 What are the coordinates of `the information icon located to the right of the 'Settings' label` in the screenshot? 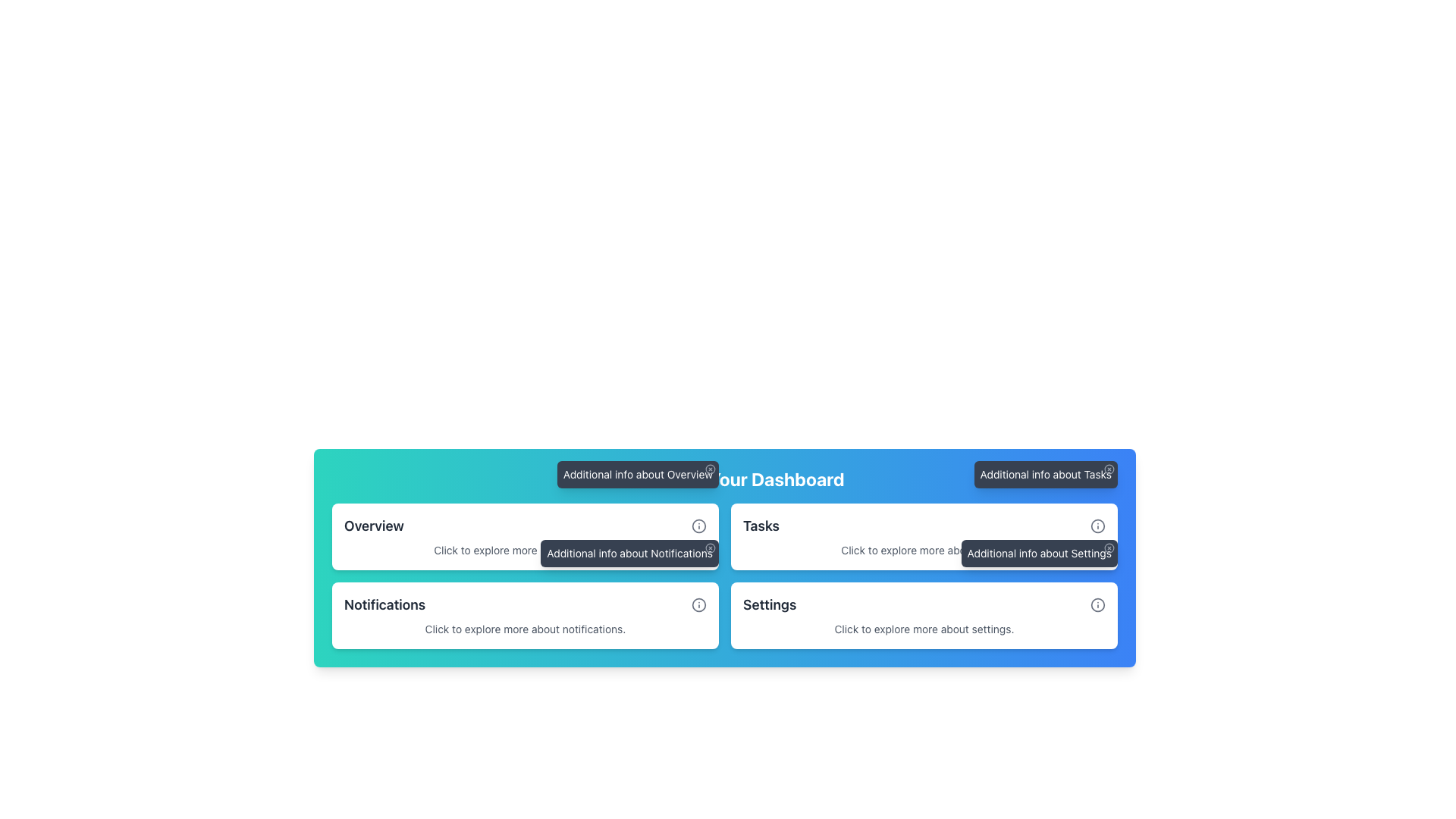 It's located at (1098, 604).